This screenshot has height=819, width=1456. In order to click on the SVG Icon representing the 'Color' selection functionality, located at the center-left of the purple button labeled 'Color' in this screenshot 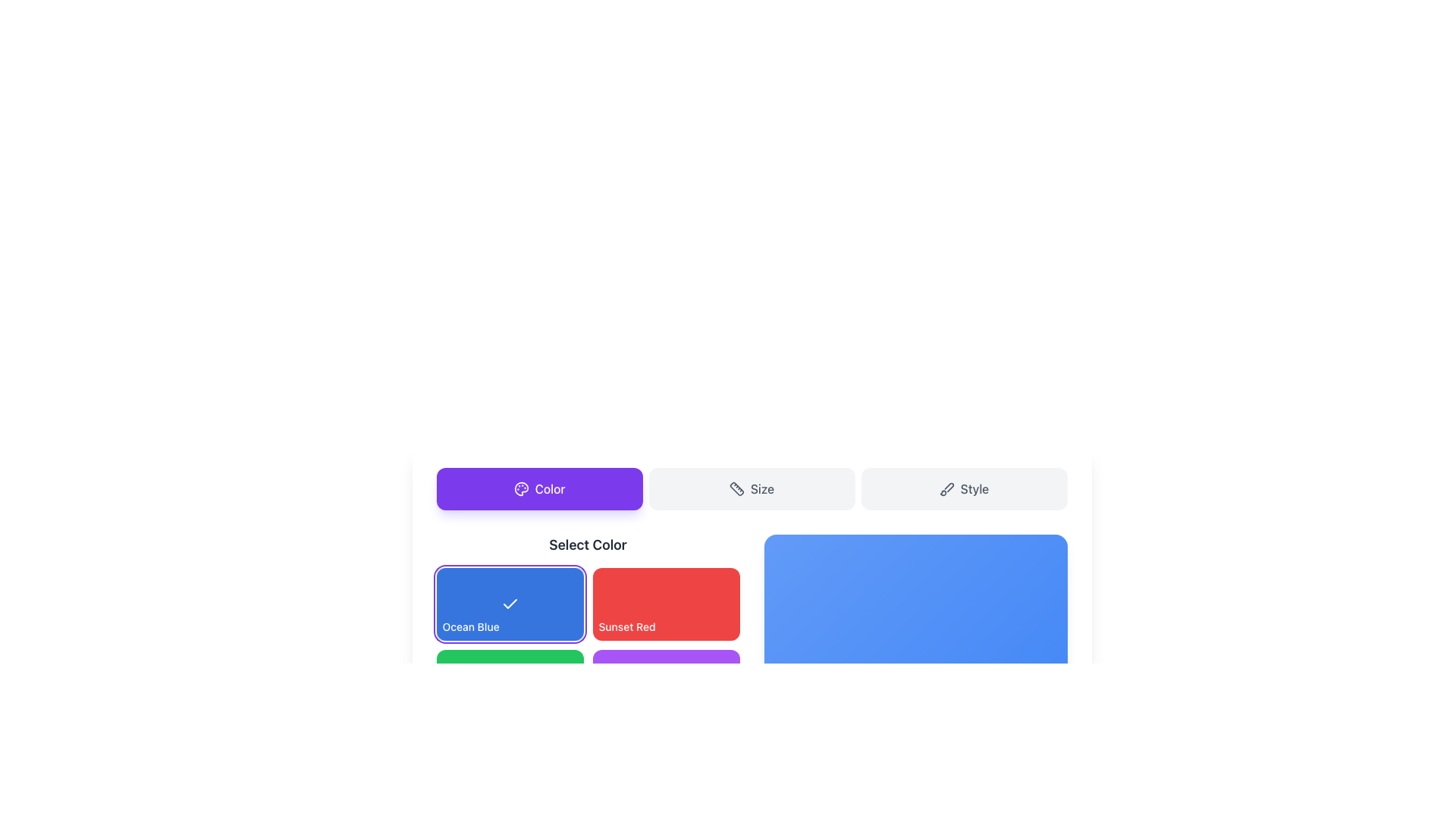, I will do `click(521, 488)`.